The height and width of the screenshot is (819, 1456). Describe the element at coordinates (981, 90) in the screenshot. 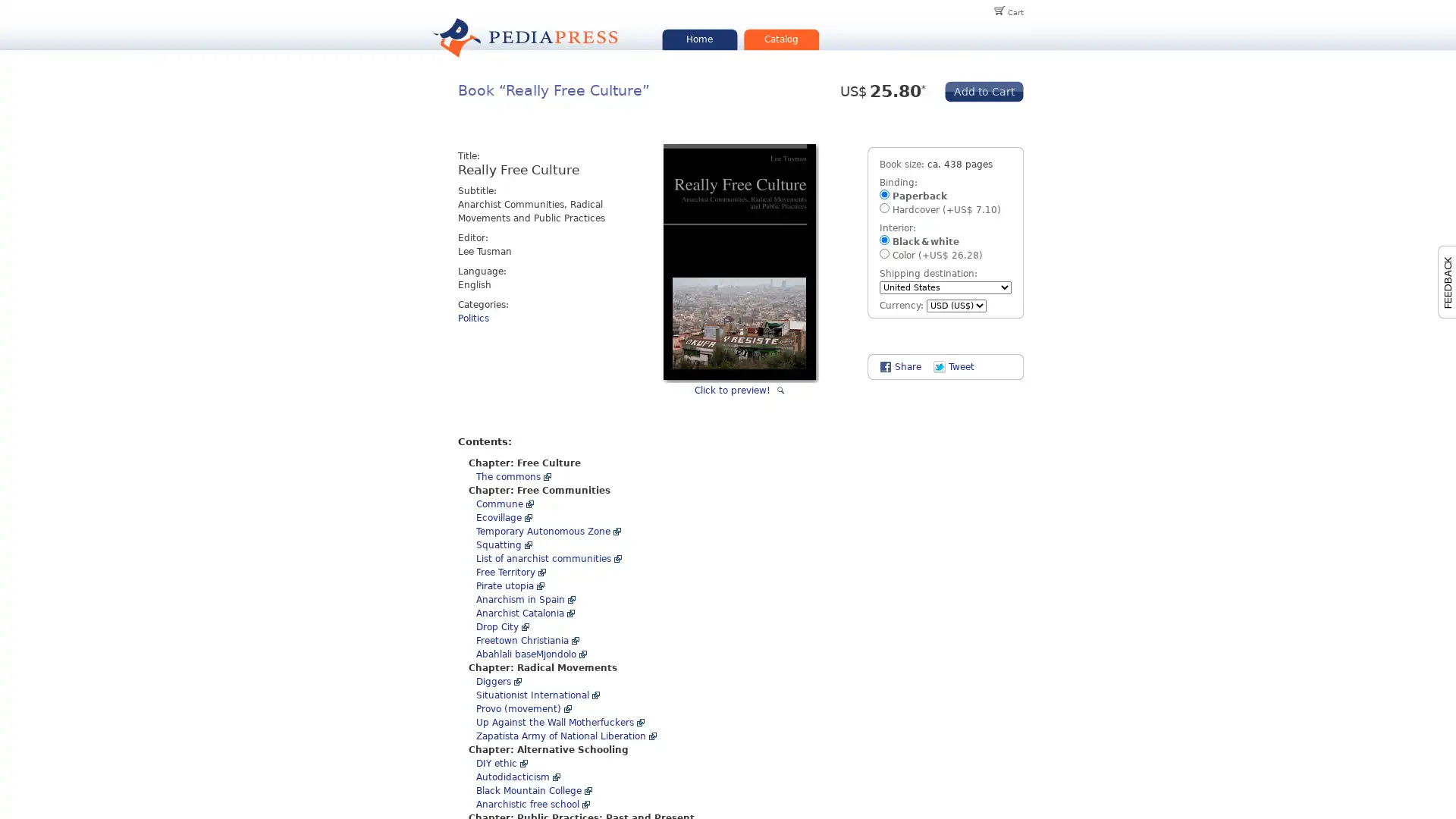

I see `Add to Cart` at that location.